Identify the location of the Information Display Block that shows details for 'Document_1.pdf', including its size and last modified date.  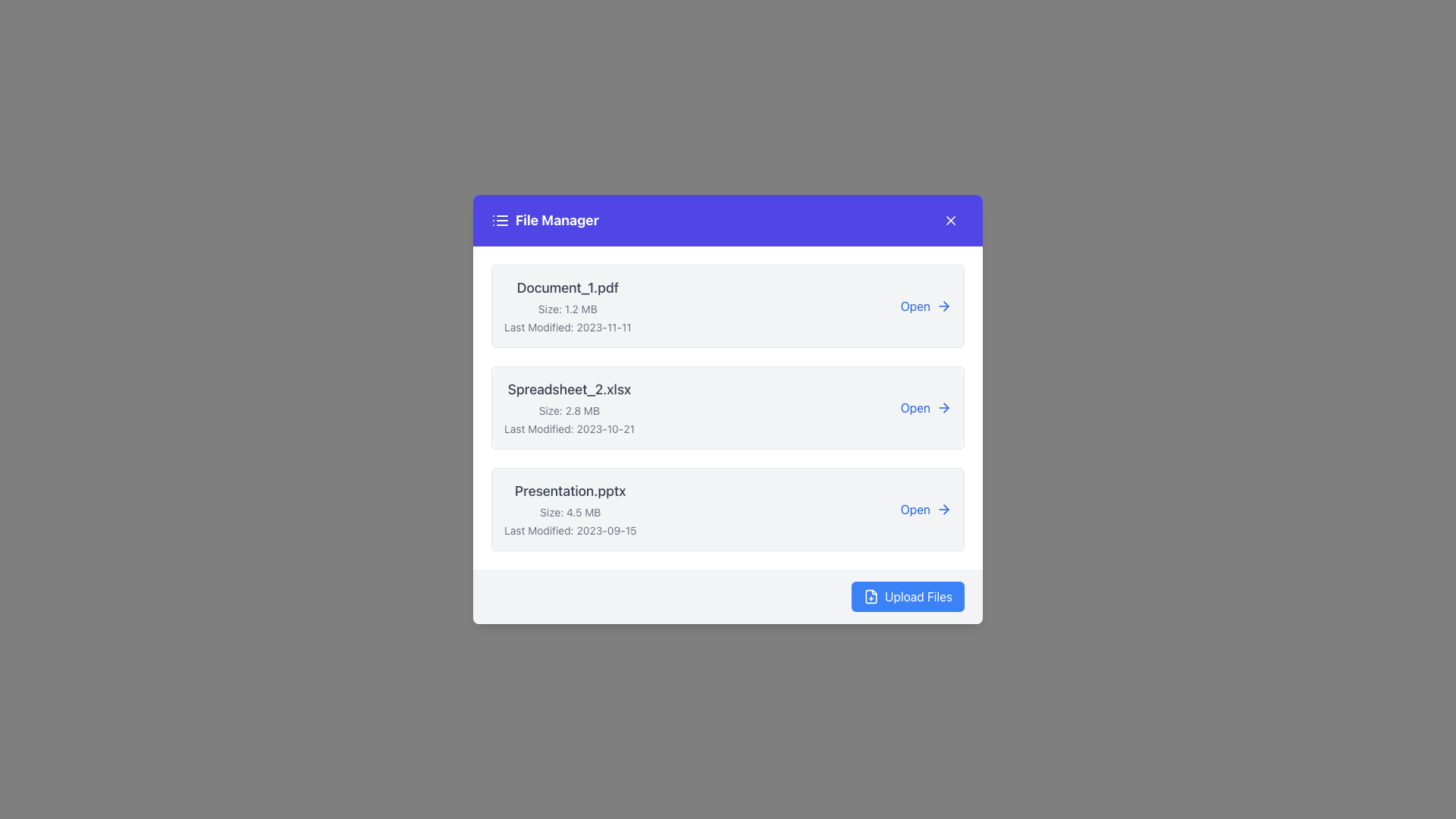
(566, 306).